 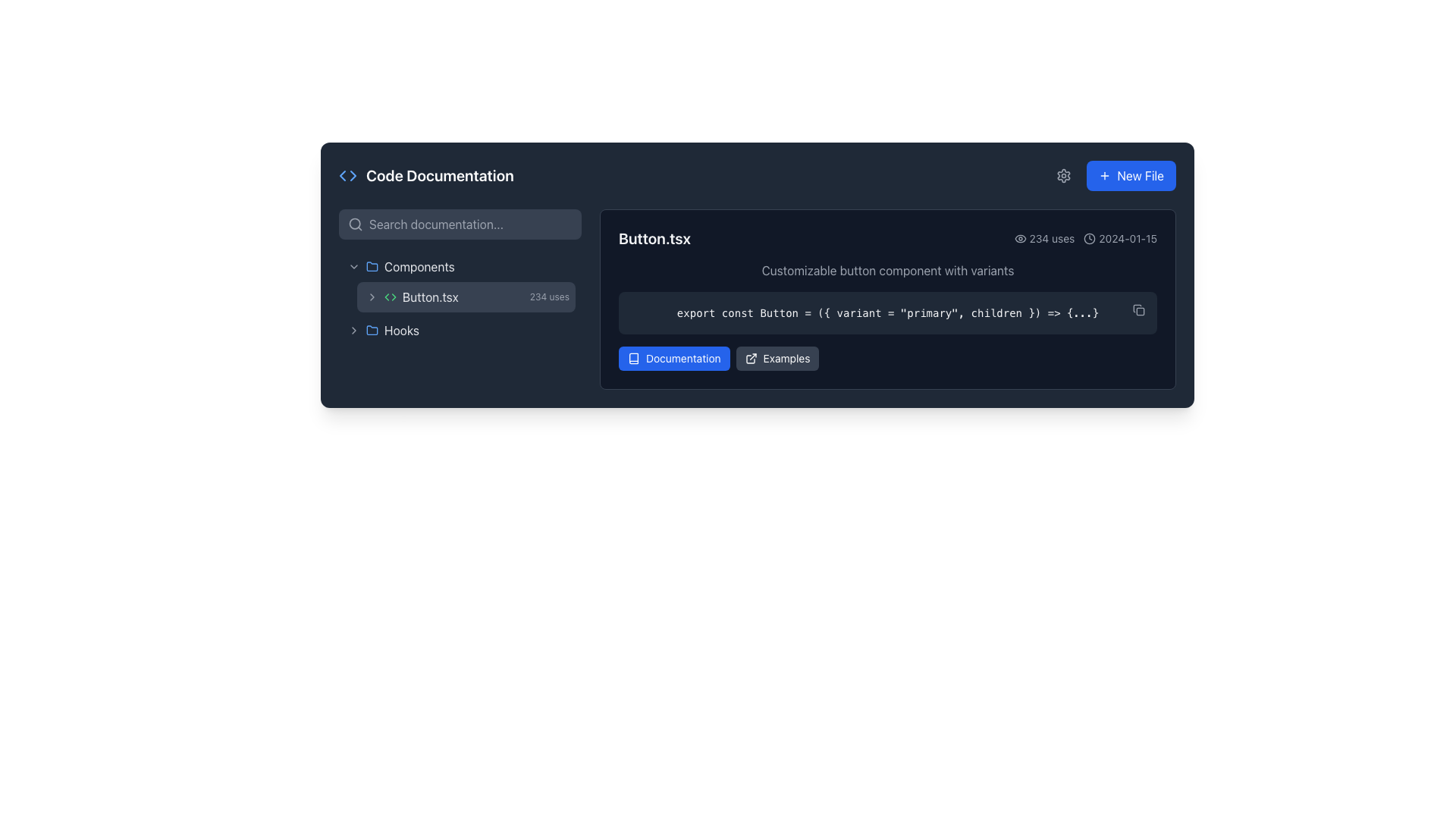 What do you see at coordinates (633, 359) in the screenshot?
I see `the SVG icon styled as a book, which is located to the left of the 'Documentation' text within the blue button` at bounding box center [633, 359].